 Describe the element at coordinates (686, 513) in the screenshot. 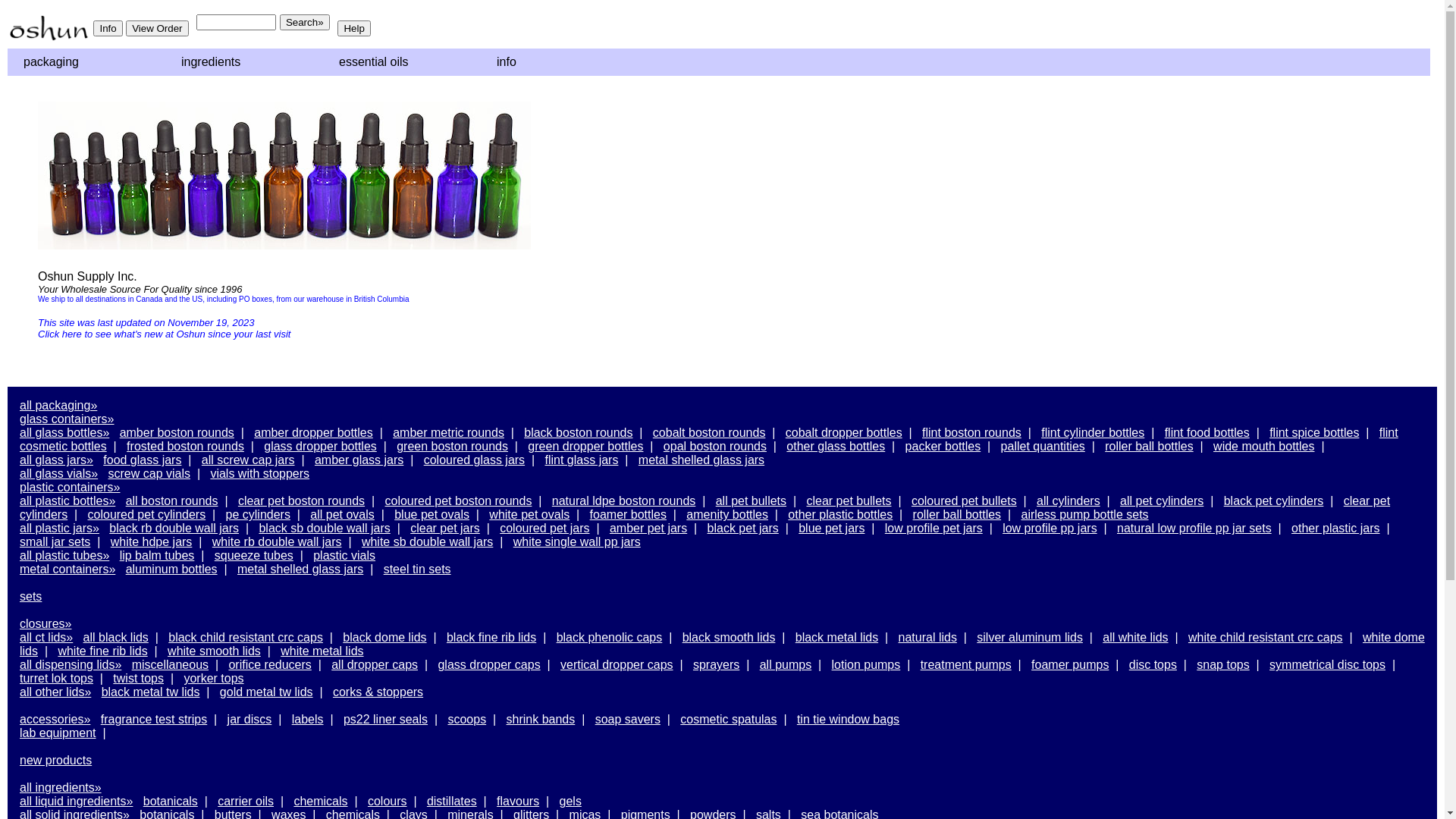

I see `'amenity bottles'` at that location.